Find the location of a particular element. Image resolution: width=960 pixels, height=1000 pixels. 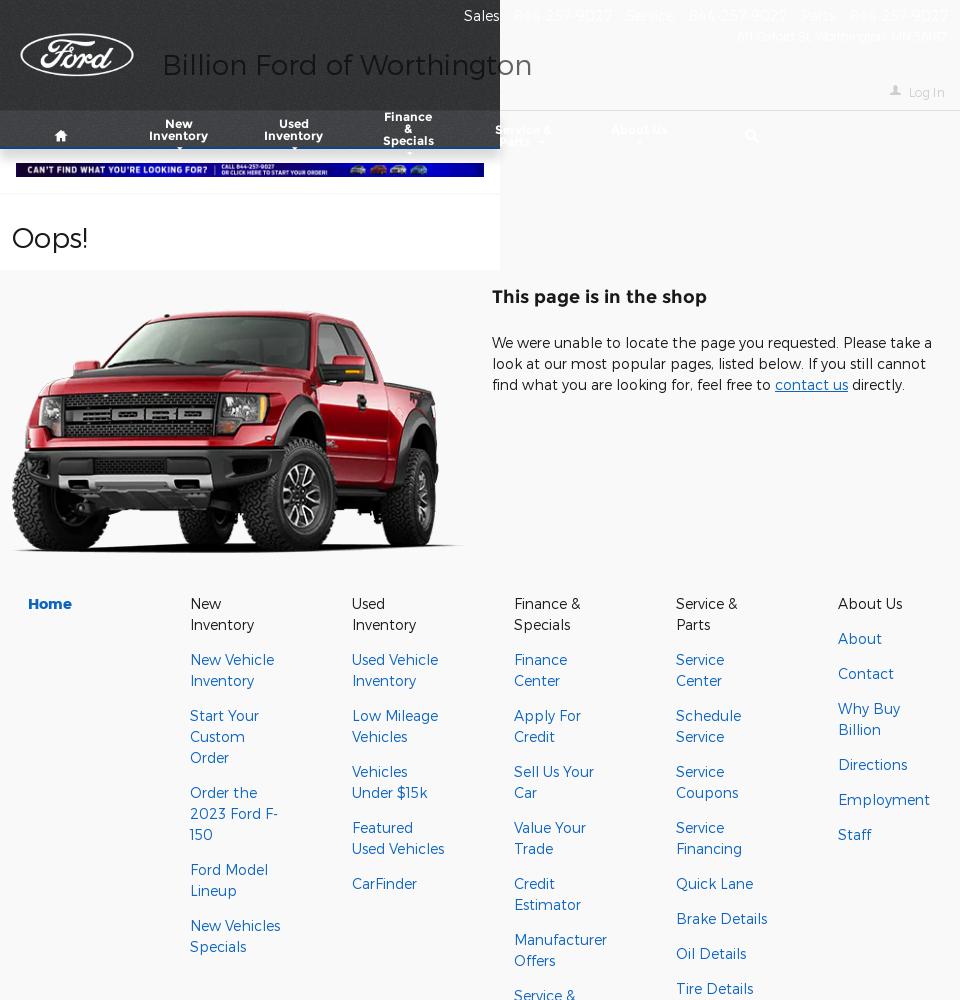

'Contact' is located at coordinates (865, 673).